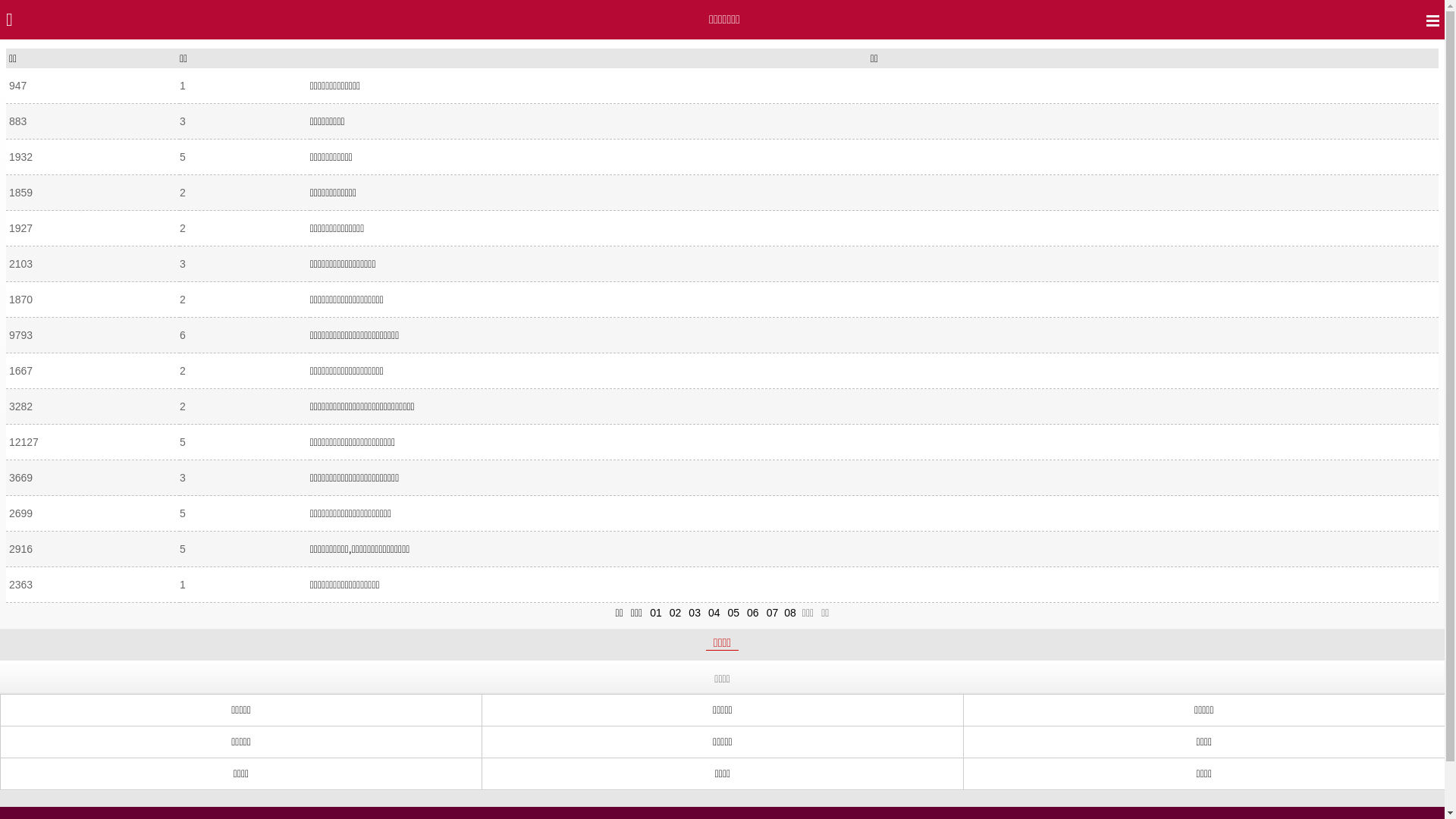 The height and width of the screenshot is (819, 1456). Describe the element at coordinates (669, 611) in the screenshot. I see `'02'` at that location.